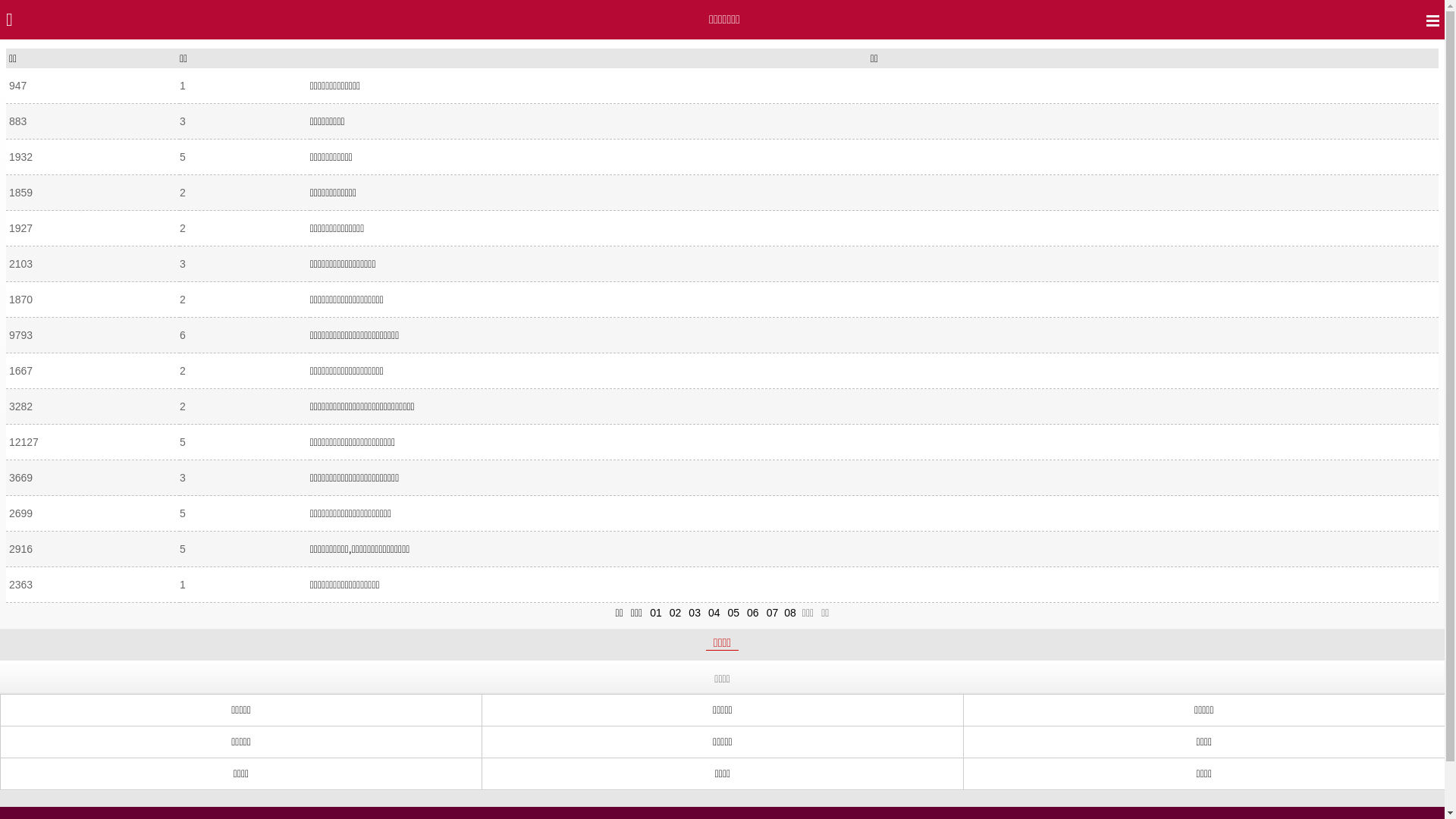 The height and width of the screenshot is (819, 1456). Describe the element at coordinates (669, 611) in the screenshot. I see `'02'` at that location.